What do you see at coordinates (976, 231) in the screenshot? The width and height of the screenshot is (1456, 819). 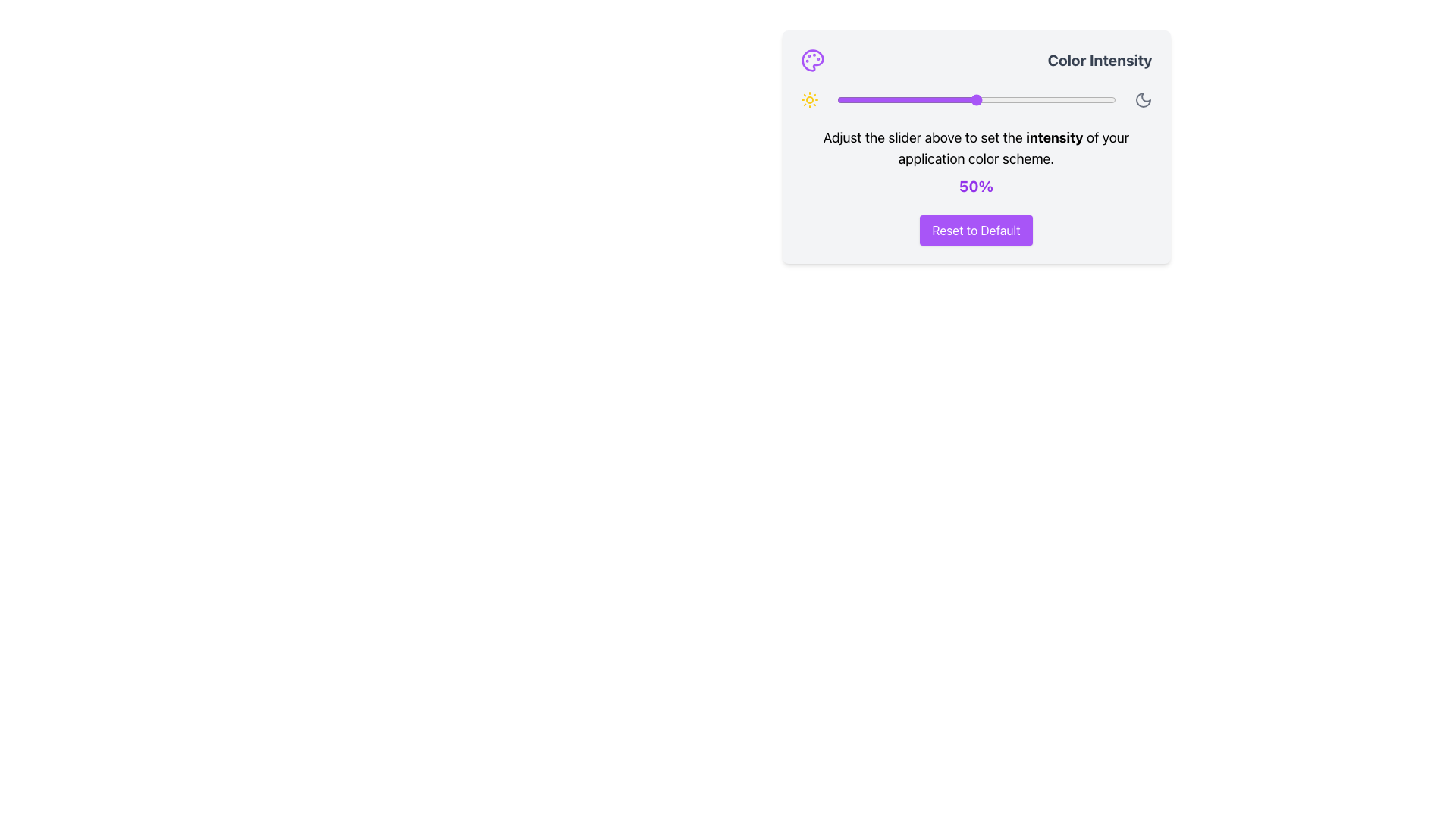 I see `the reset button located at the bottom-center of the 'Color Intensity' card to revert the settings to their default state` at bounding box center [976, 231].